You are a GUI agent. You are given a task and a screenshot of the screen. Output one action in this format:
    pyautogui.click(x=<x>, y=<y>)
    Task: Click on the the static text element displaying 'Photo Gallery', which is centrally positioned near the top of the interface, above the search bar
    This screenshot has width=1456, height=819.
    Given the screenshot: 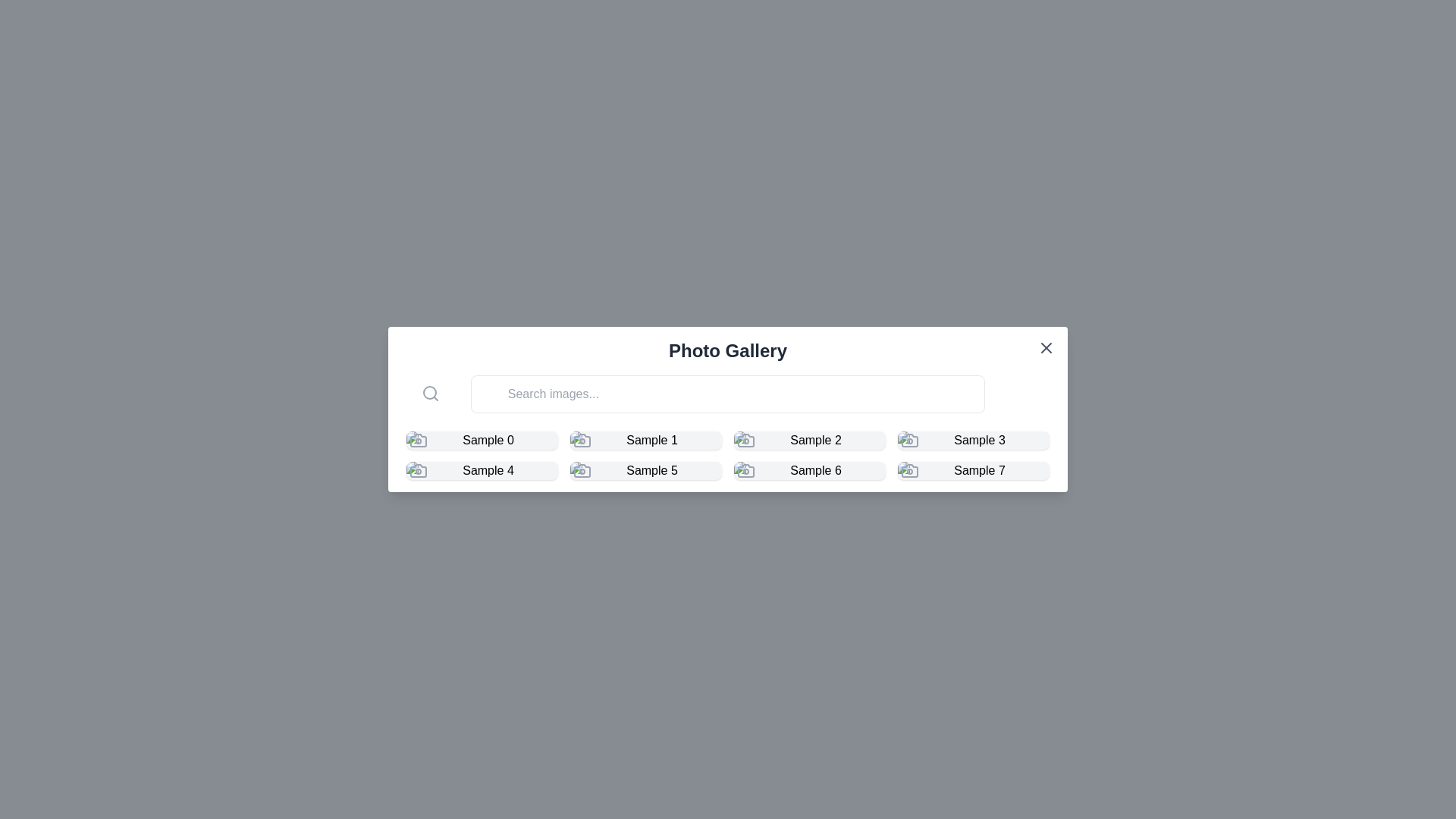 What is the action you would take?
    pyautogui.click(x=728, y=350)
    